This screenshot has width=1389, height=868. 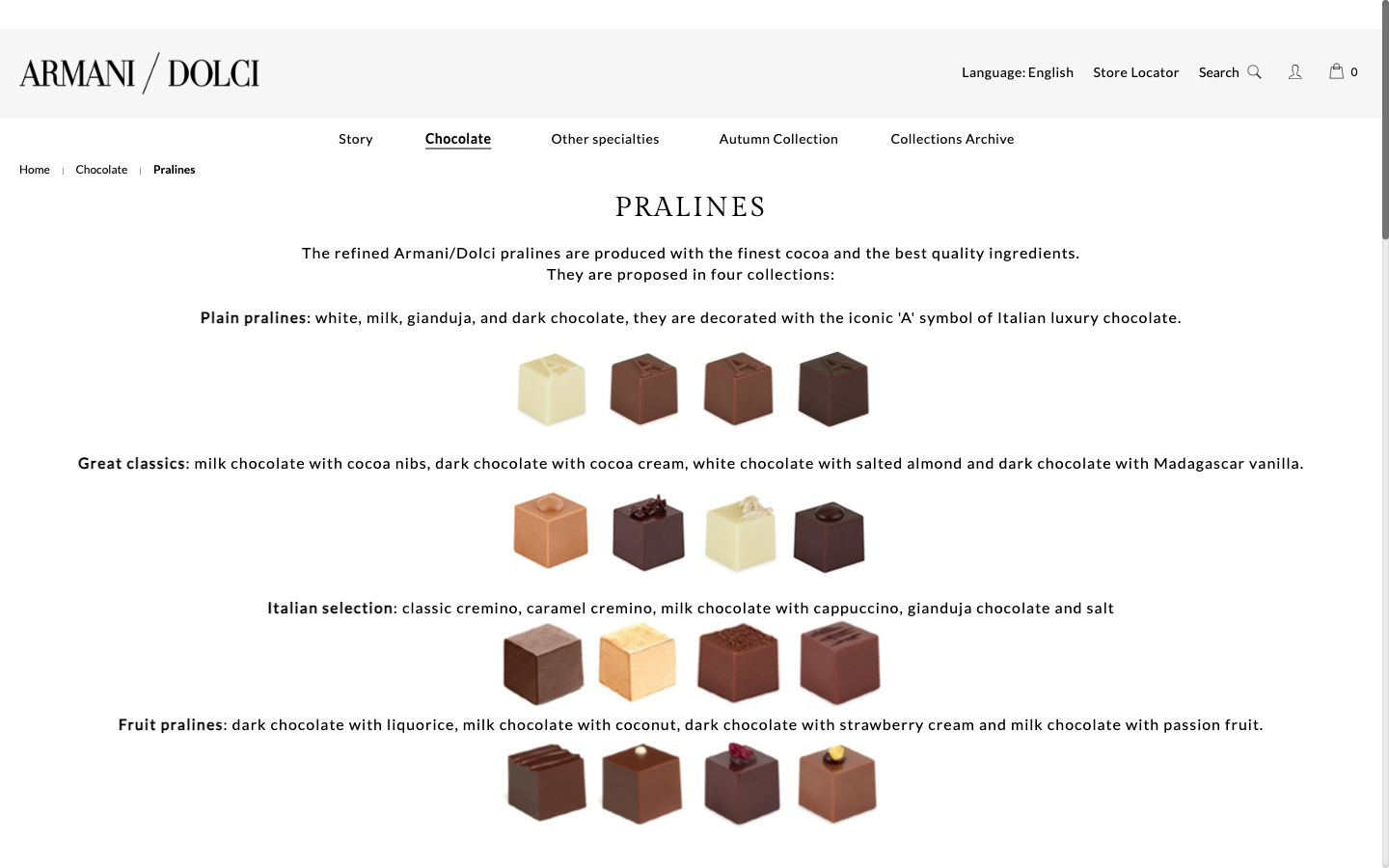 I want to click on the autumn assortment of chocolates, so click(x=778, y=139).